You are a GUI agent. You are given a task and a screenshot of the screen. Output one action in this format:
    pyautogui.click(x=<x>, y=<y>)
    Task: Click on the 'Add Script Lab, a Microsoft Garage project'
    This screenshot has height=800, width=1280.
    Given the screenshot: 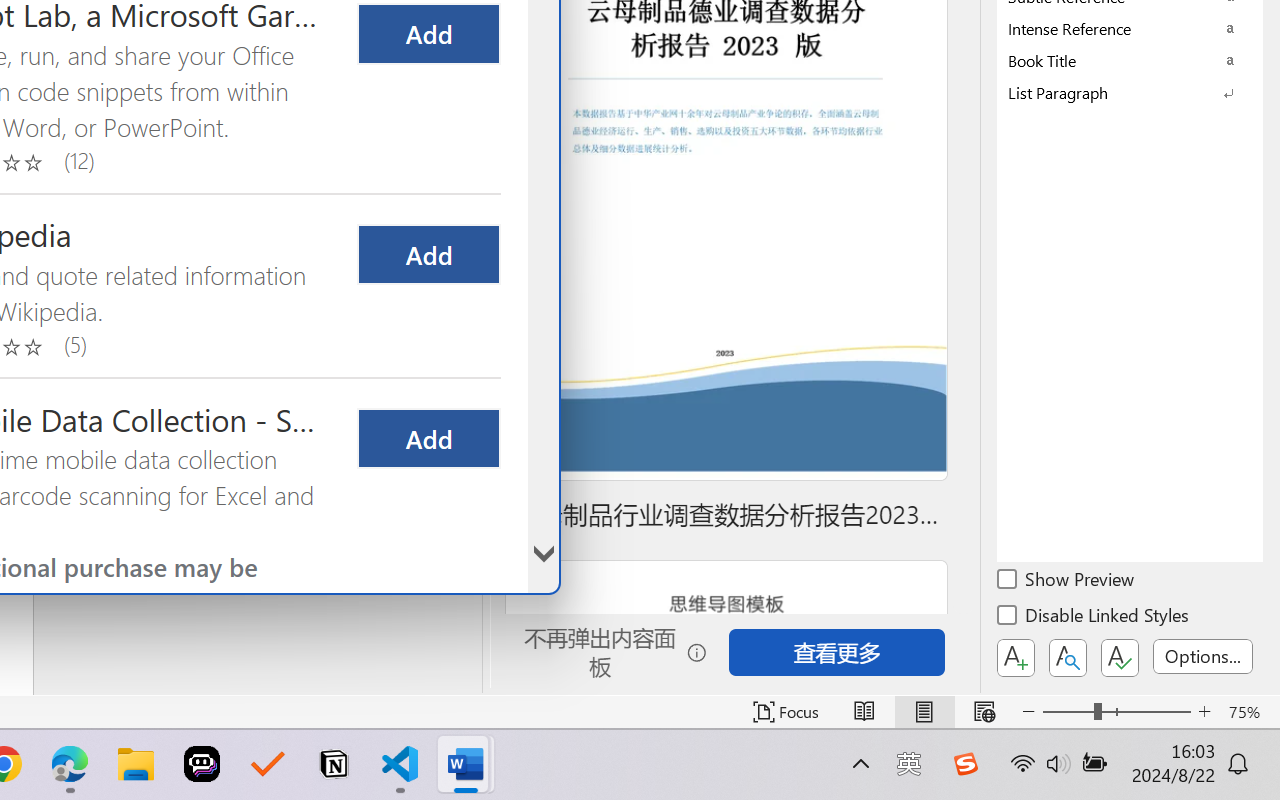 What is the action you would take?
    pyautogui.click(x=427, y=33)
    